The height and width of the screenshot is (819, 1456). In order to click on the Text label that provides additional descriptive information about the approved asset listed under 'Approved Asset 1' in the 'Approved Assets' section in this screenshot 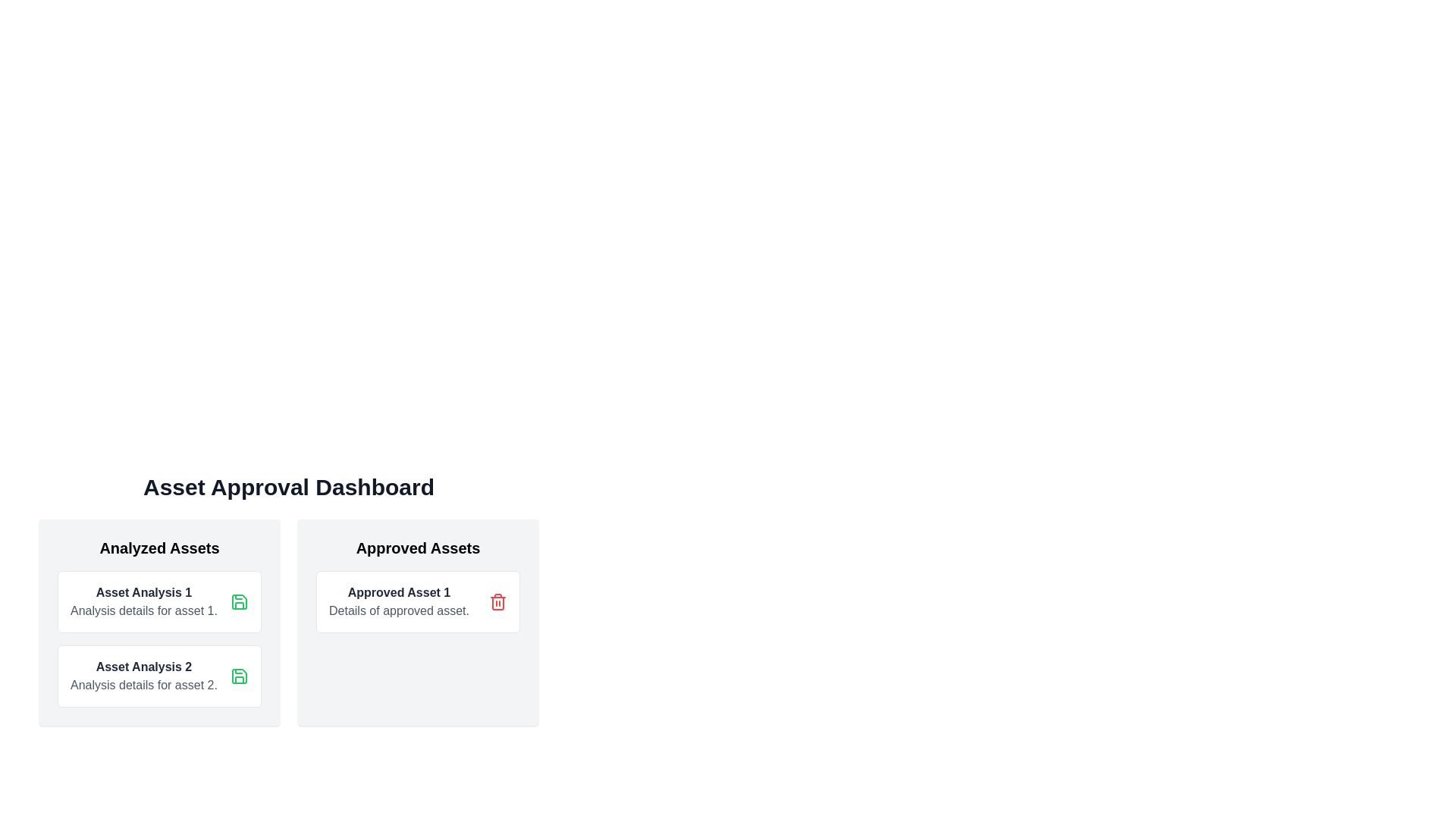, I will do `click(399, 610)`.